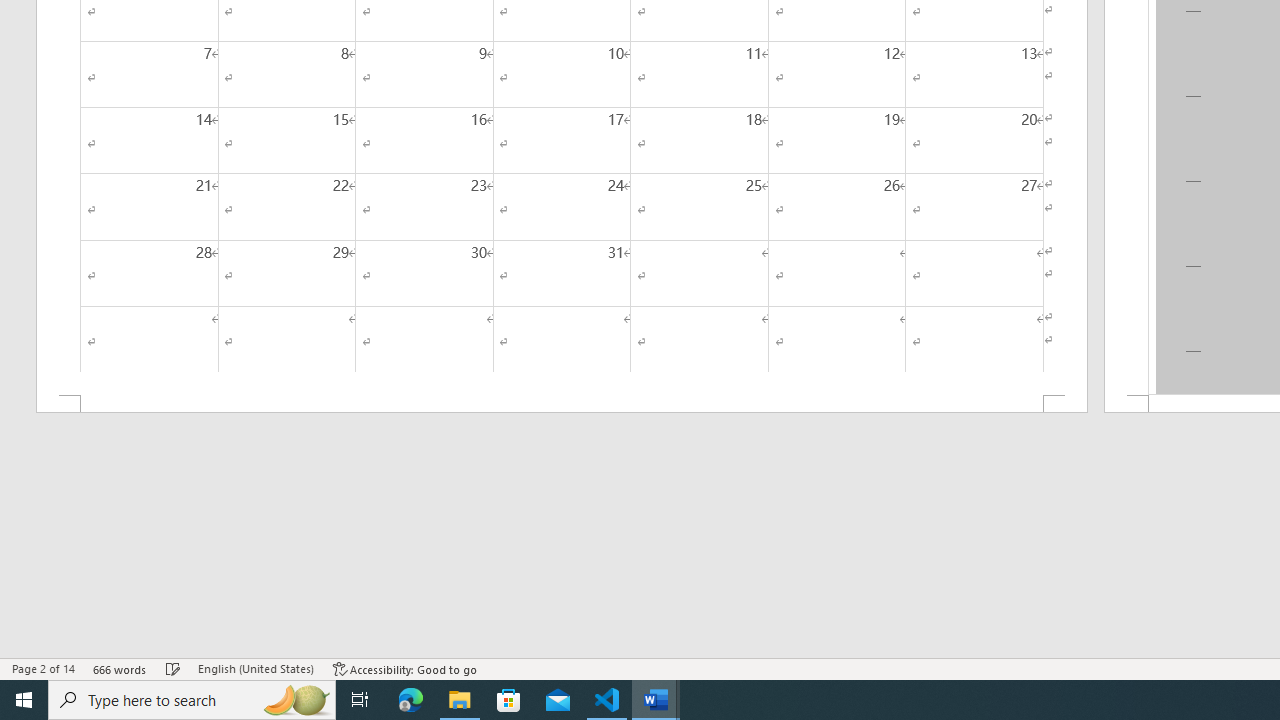  What do you see at coordinates (43, 669) in the screenshot?
I see `'Page Number Page 2 of 14'` at bounding box center [43, 669].